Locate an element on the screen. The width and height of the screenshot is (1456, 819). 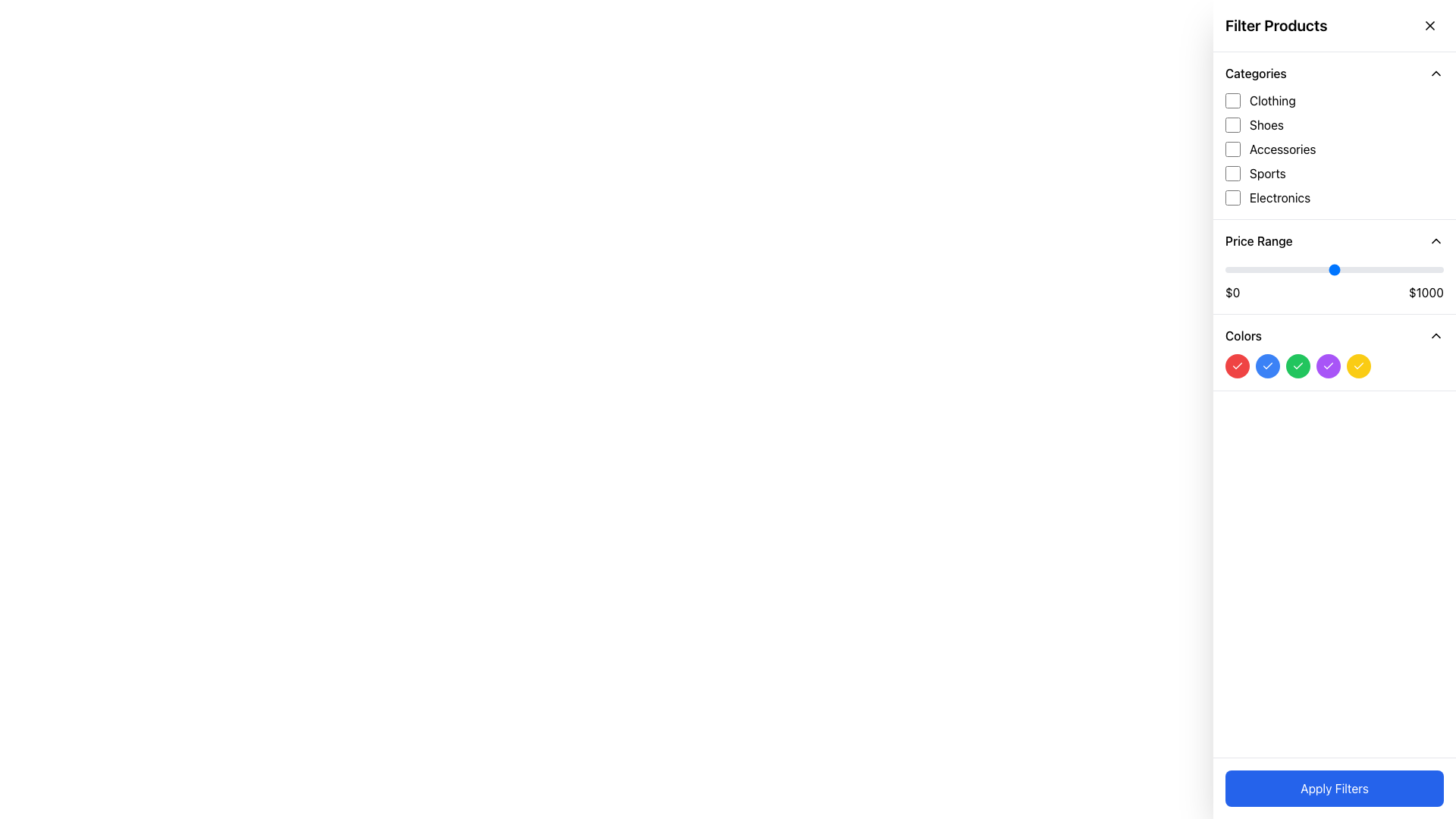
the checkbox for the 'Electronics' option in the filter menu is located at coordinates (1335, 197).